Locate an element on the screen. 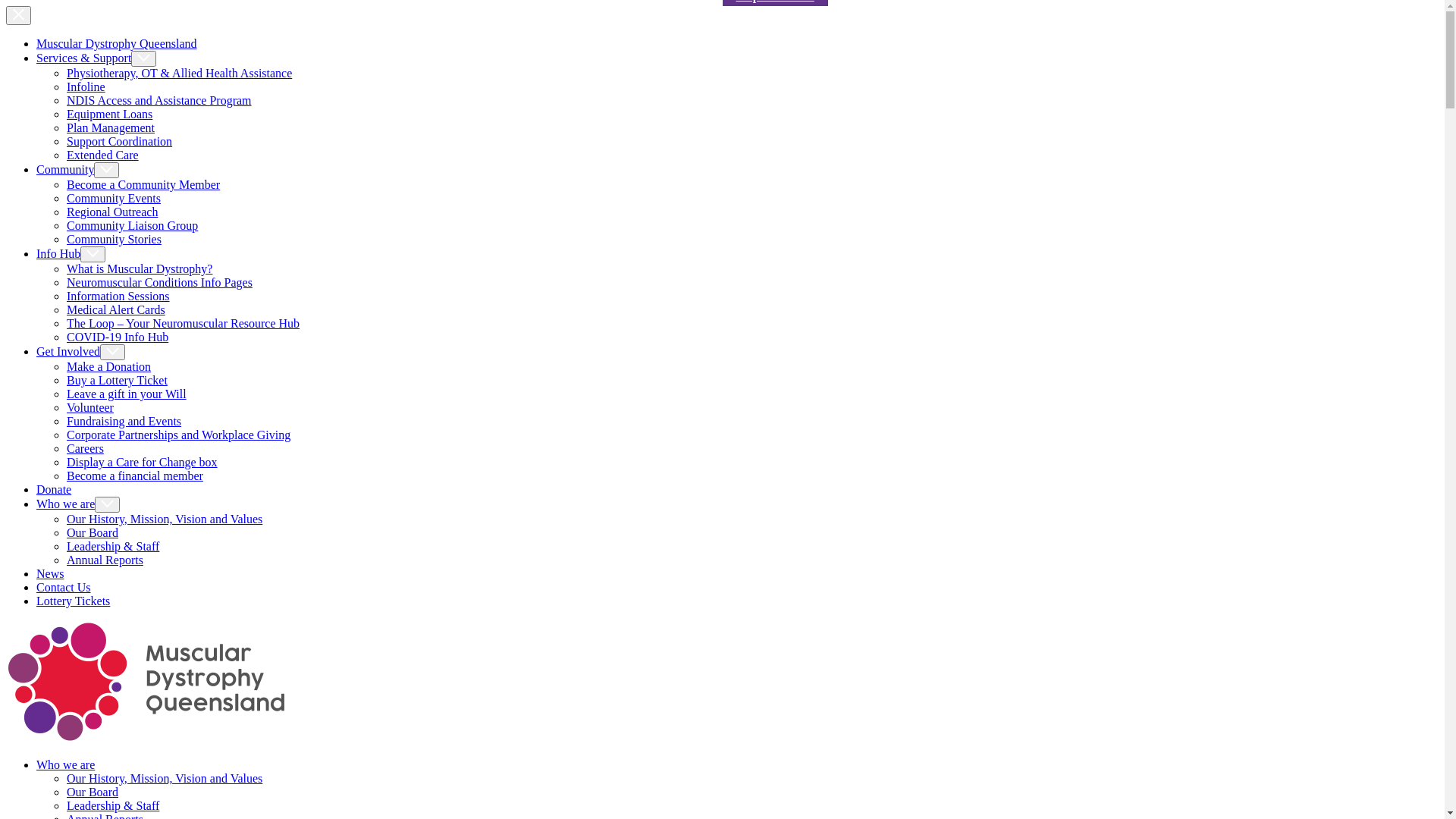 The height and width of the screenshot is (819, 1456). 'Info Hub' is located at coordinates (70, 253).